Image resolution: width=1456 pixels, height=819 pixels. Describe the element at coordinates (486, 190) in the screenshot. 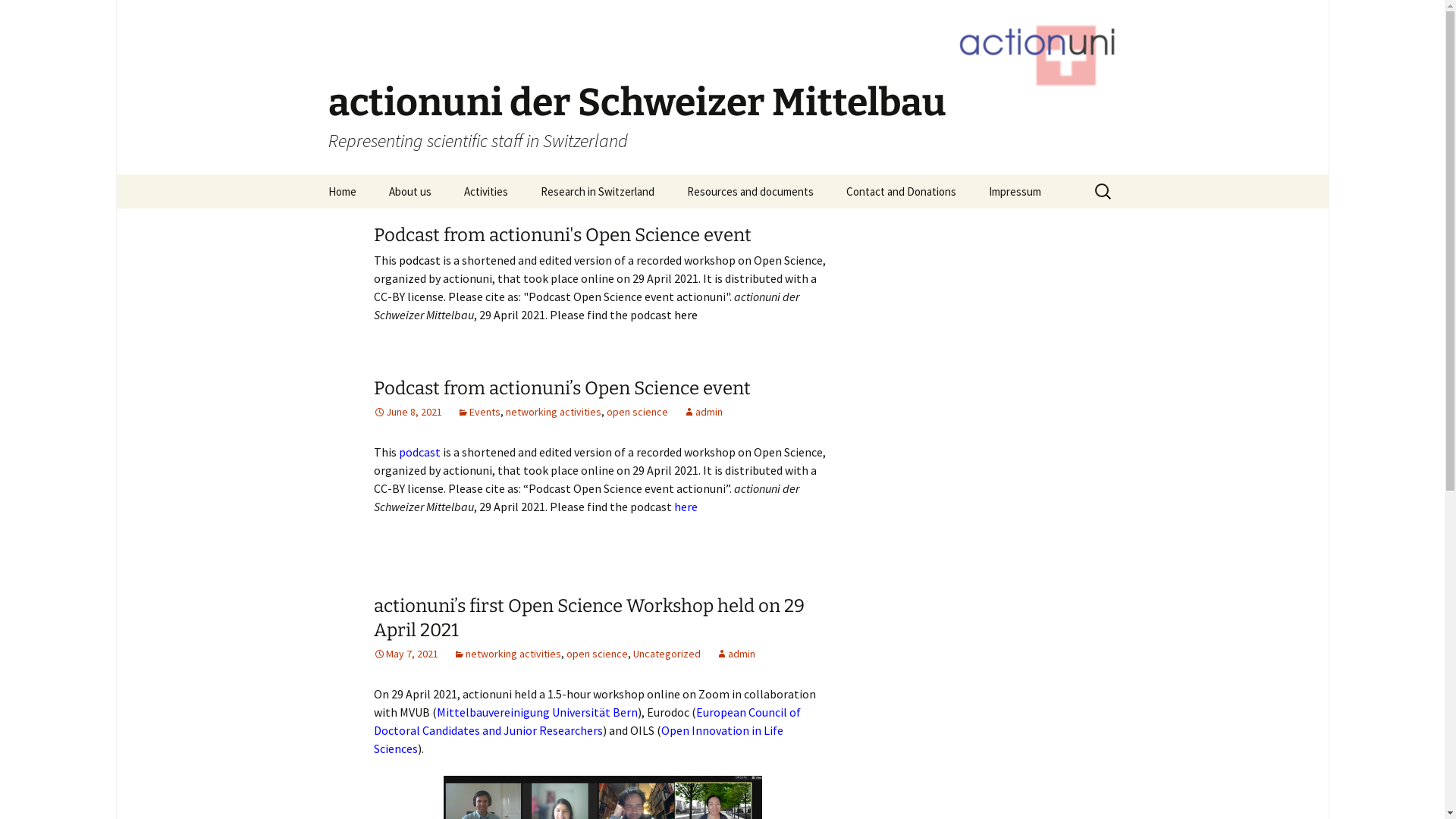

I see `'Activities'` at that location.